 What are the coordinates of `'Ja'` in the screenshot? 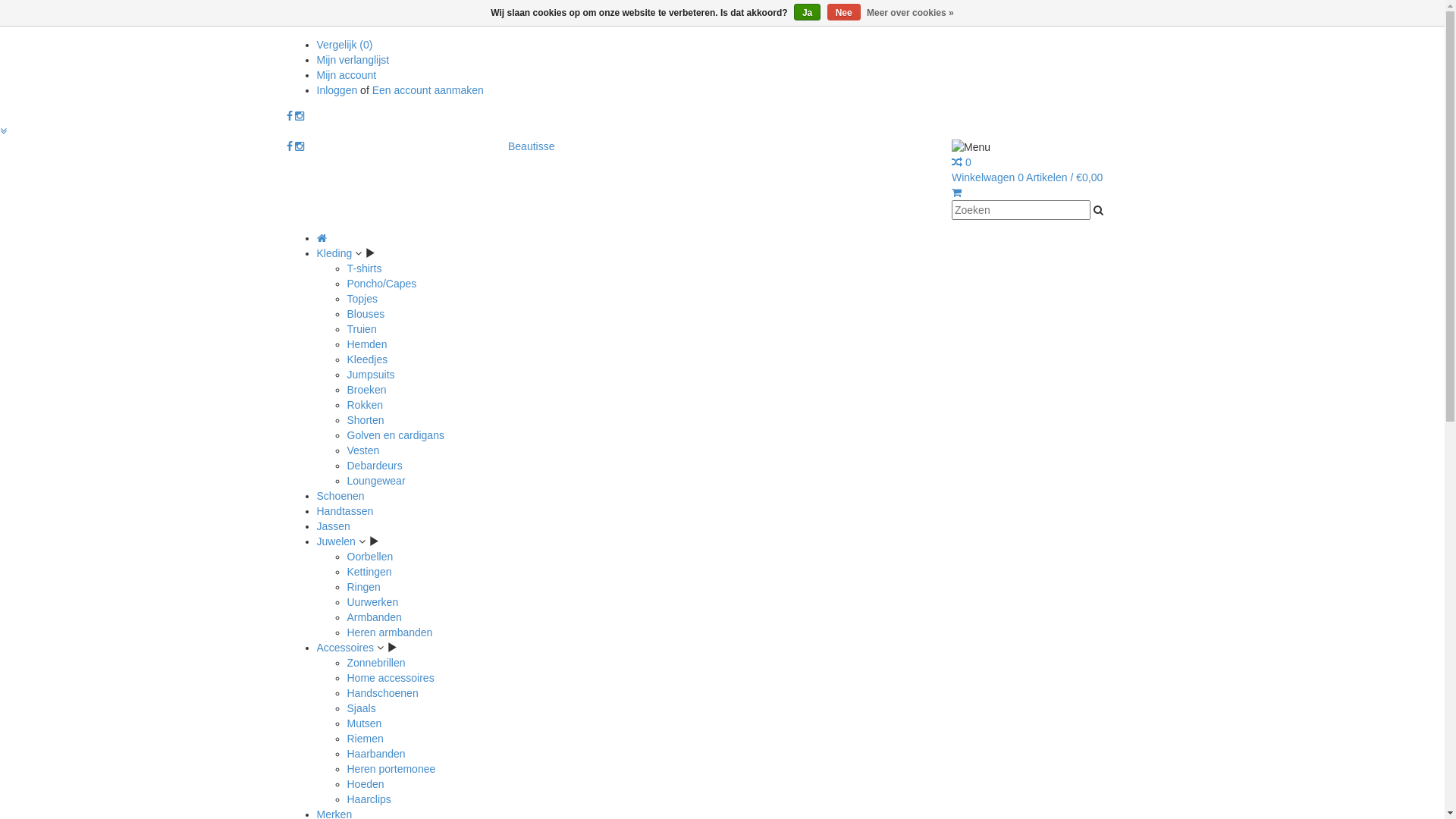 It's located at (806, 11).